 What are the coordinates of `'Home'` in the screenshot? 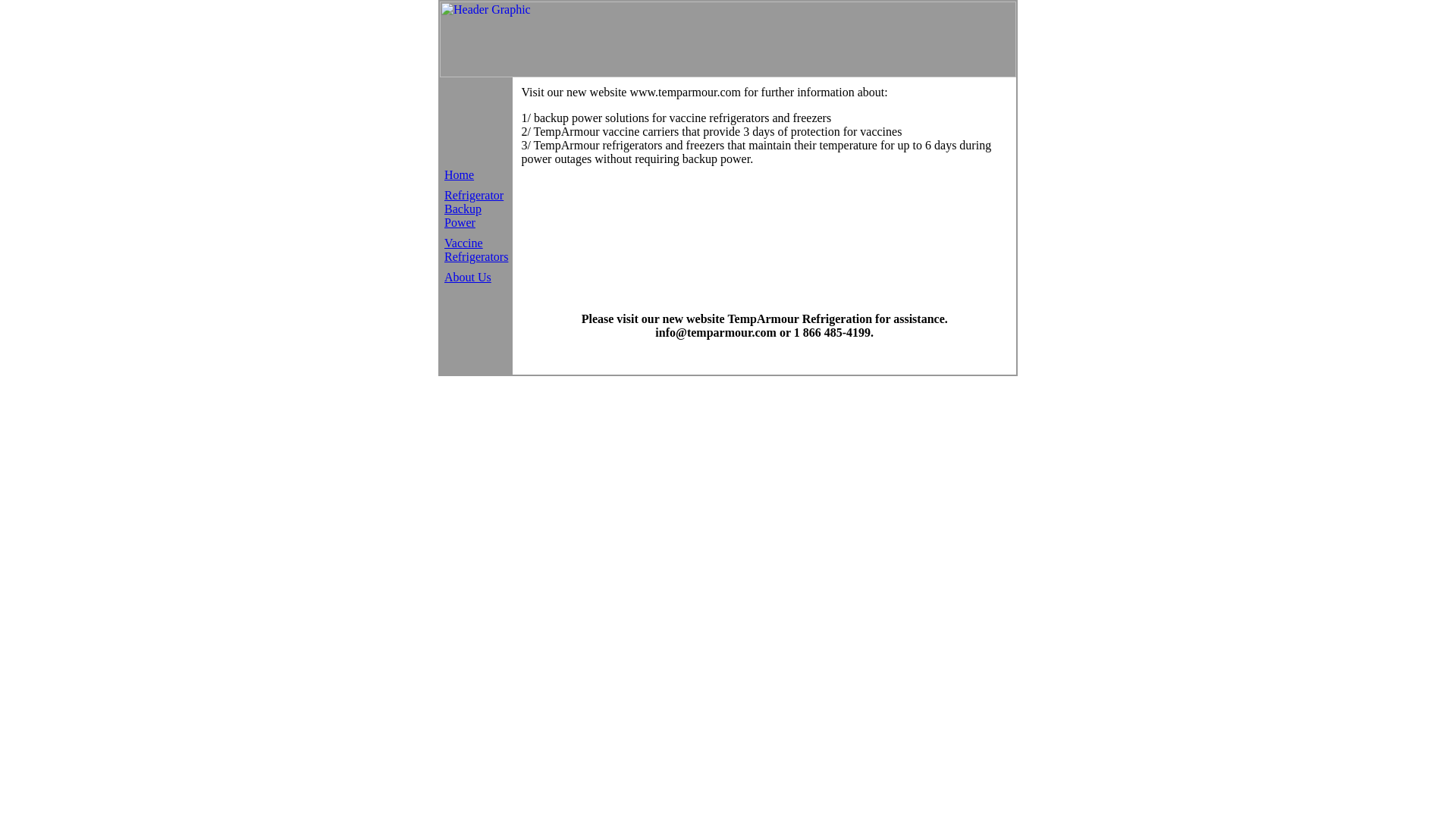 It's located at (458, 174).